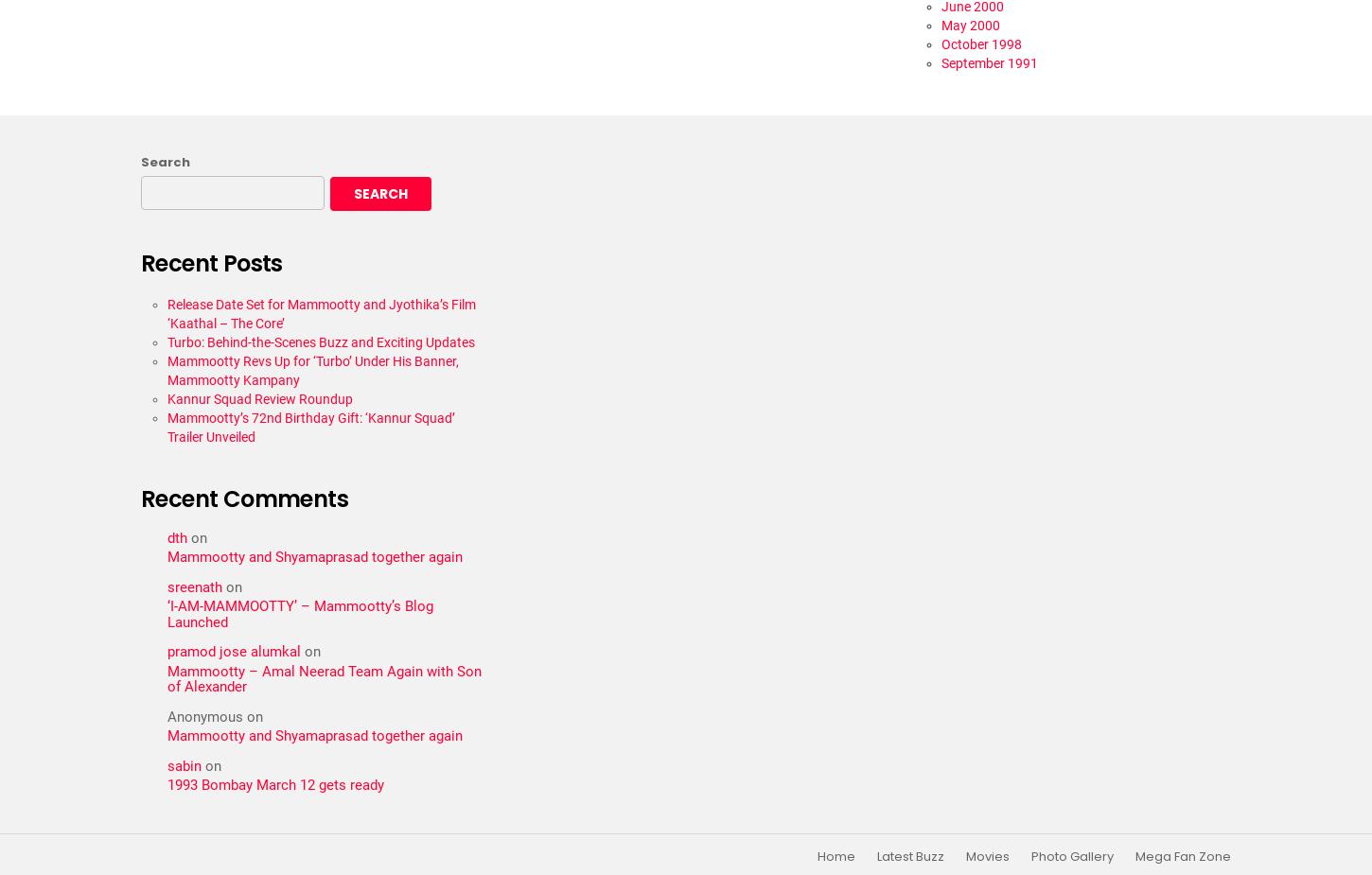  Describe the element at coordinates (184, 765) in the screenshot. I see `'sabin'` at that location.